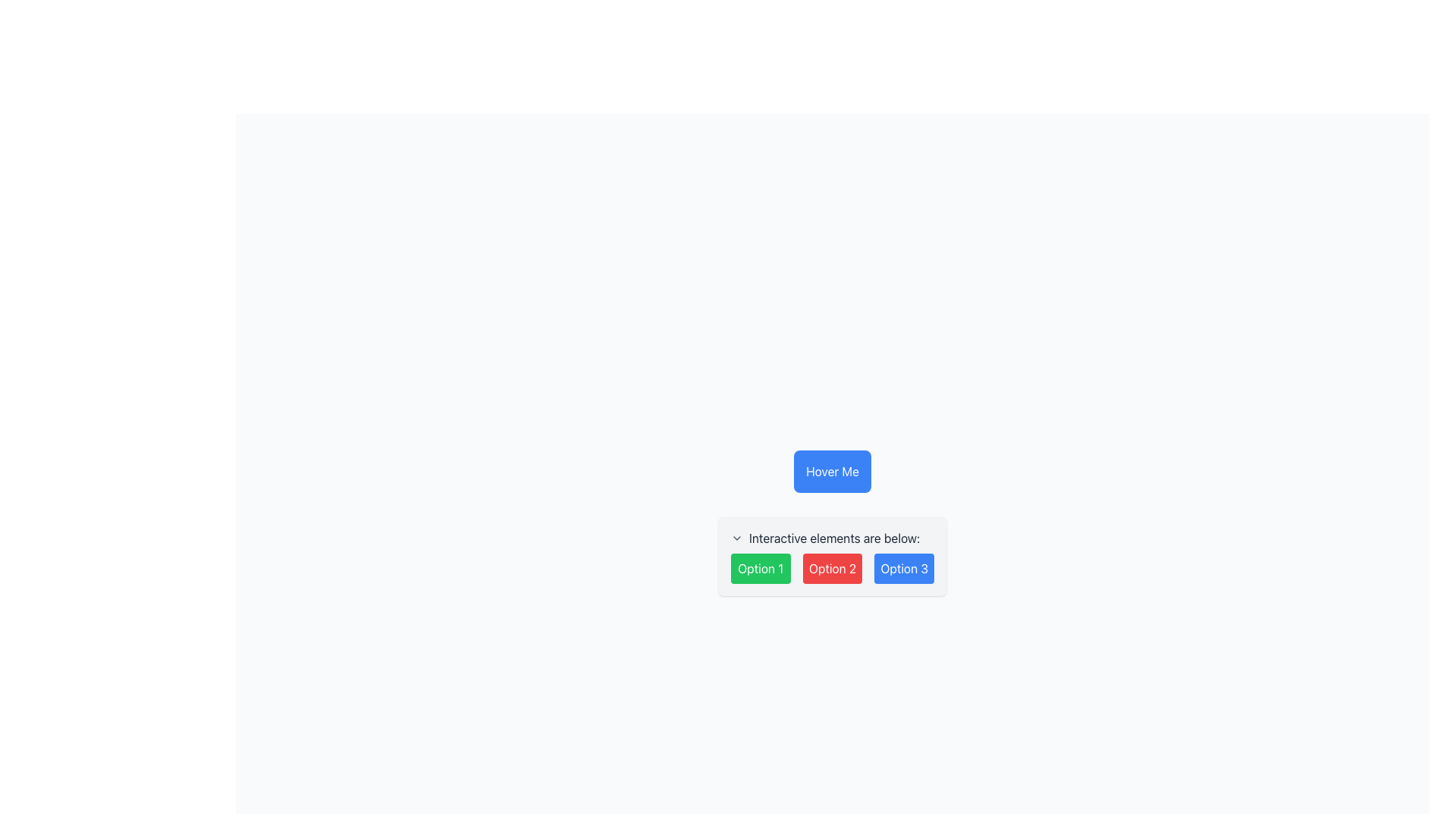  What do you see at coordinates (832, 568) in the screenshot?
I see `the red button labeled 'Option 2' to observe its visual feedback` at bounding box center [832, 568].